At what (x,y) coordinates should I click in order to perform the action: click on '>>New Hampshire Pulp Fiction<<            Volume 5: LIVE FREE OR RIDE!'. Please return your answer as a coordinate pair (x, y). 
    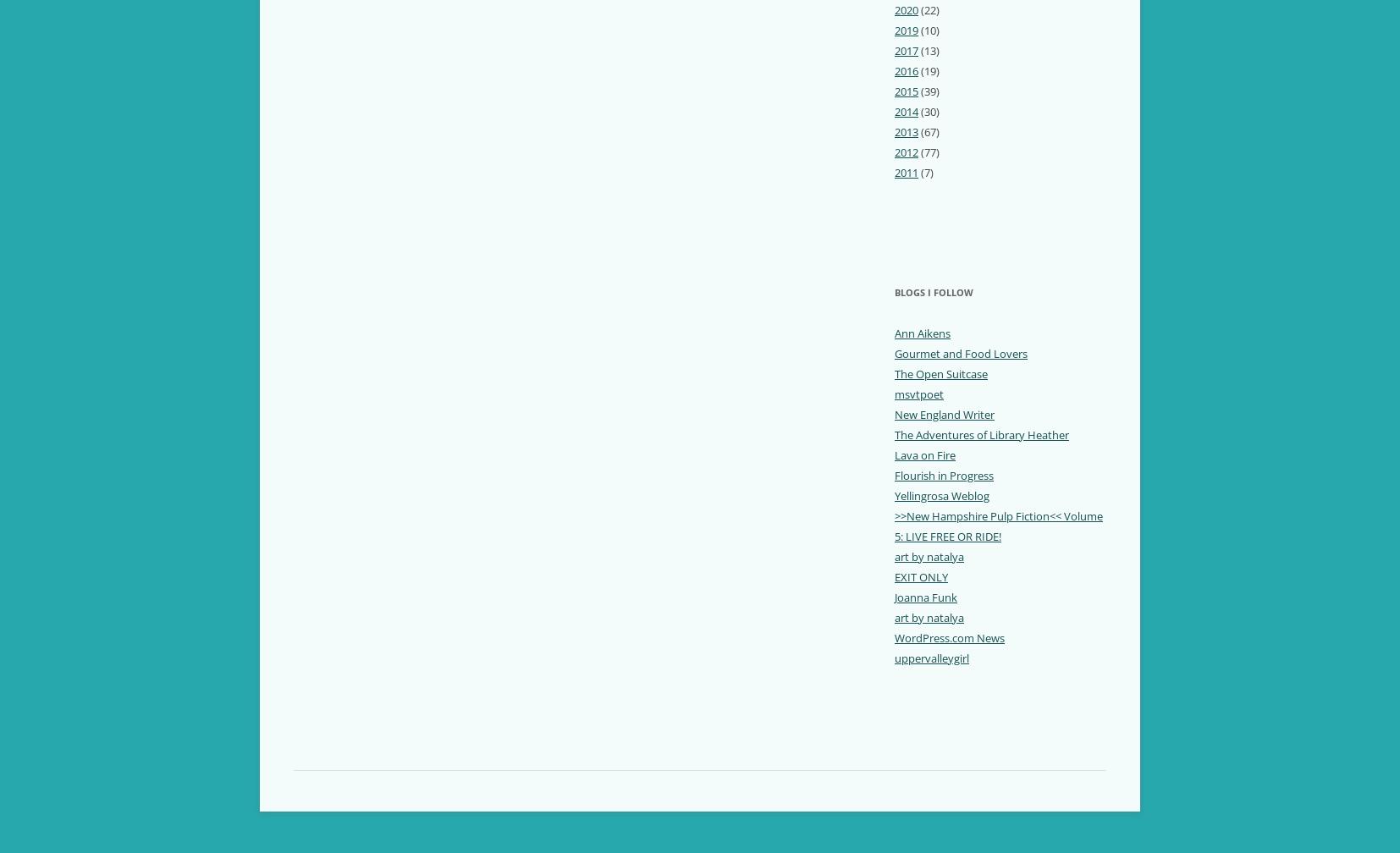
    Looking at the image, I should click on (997, 526).